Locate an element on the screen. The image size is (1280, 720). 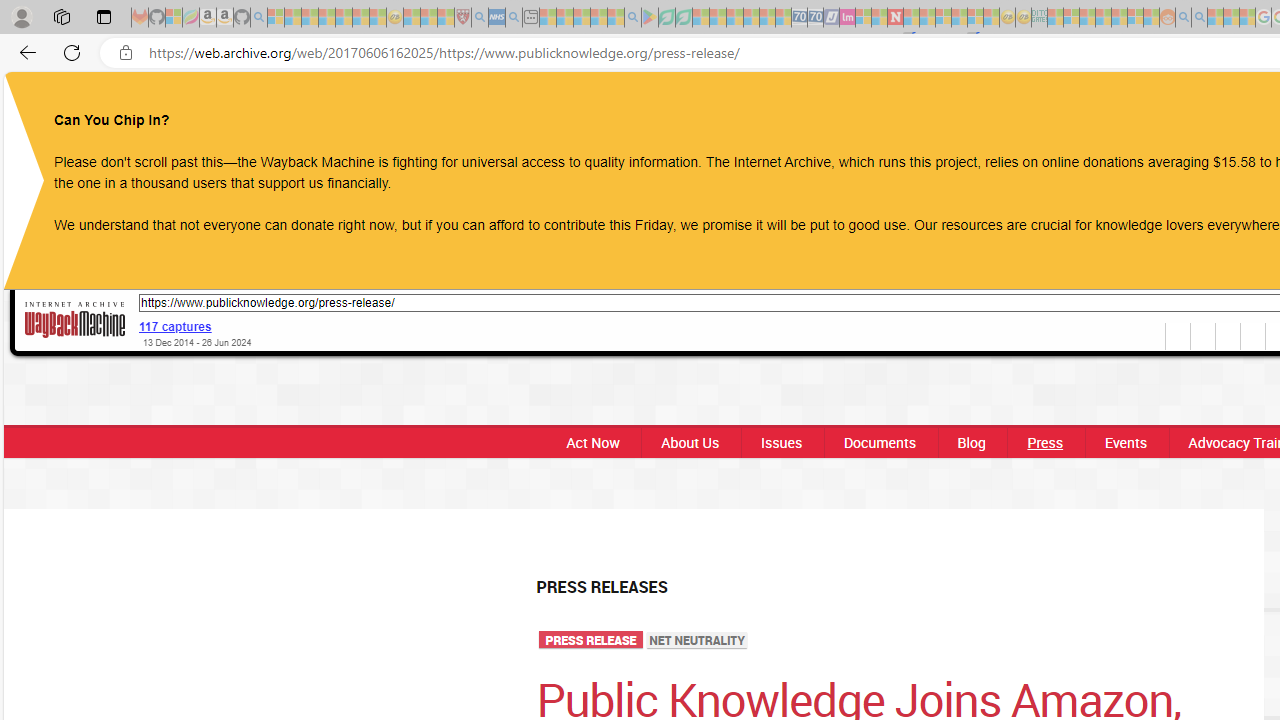
'Issues' is located at coordinates (779, 441).